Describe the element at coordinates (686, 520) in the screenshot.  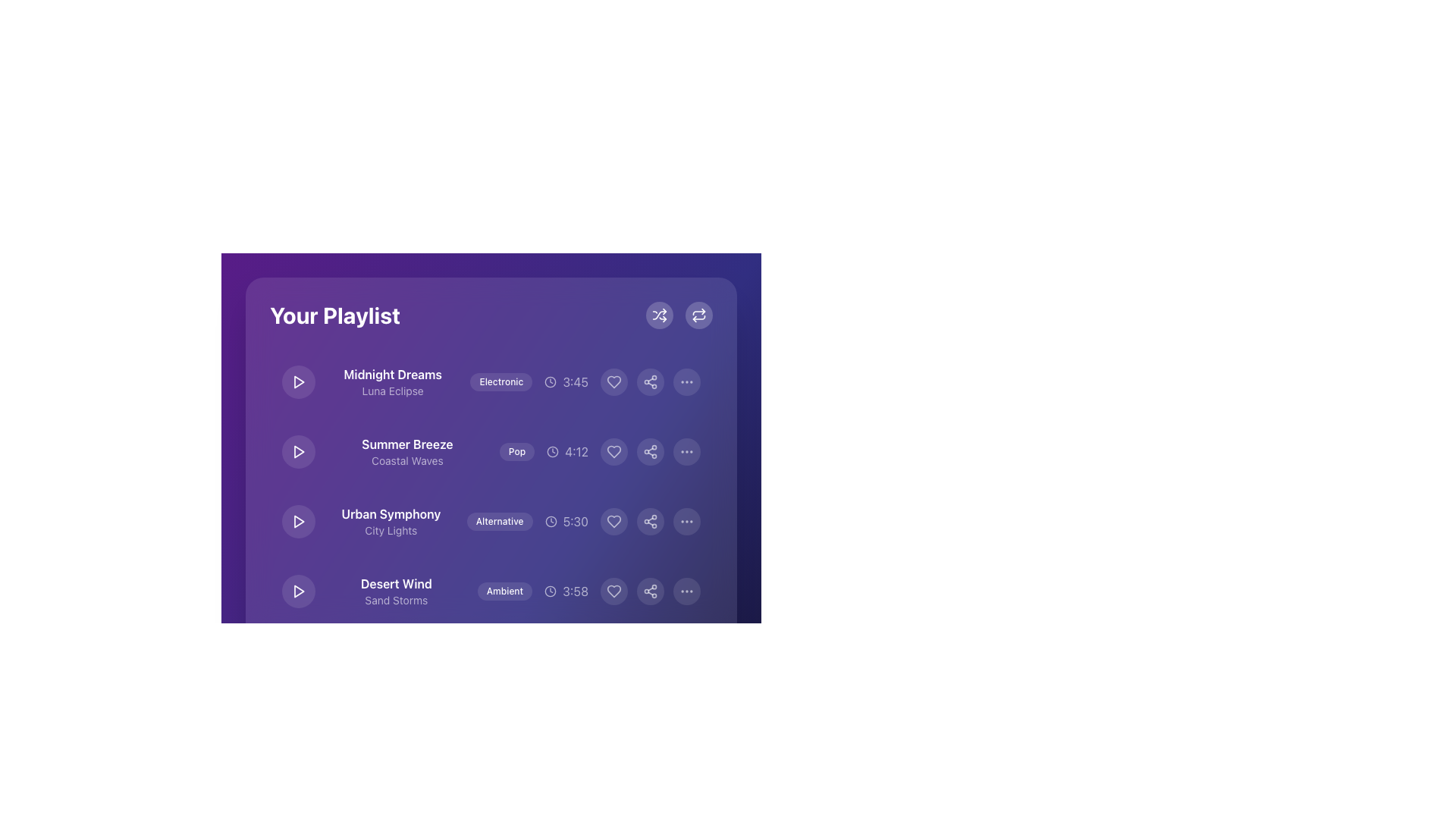
I see `the 'more options' menu icon represented by three dots in a horizontal line, located at the far right end of the row for the 'Urban Symphony' track in the playlist to observe the hover effect` at that location.